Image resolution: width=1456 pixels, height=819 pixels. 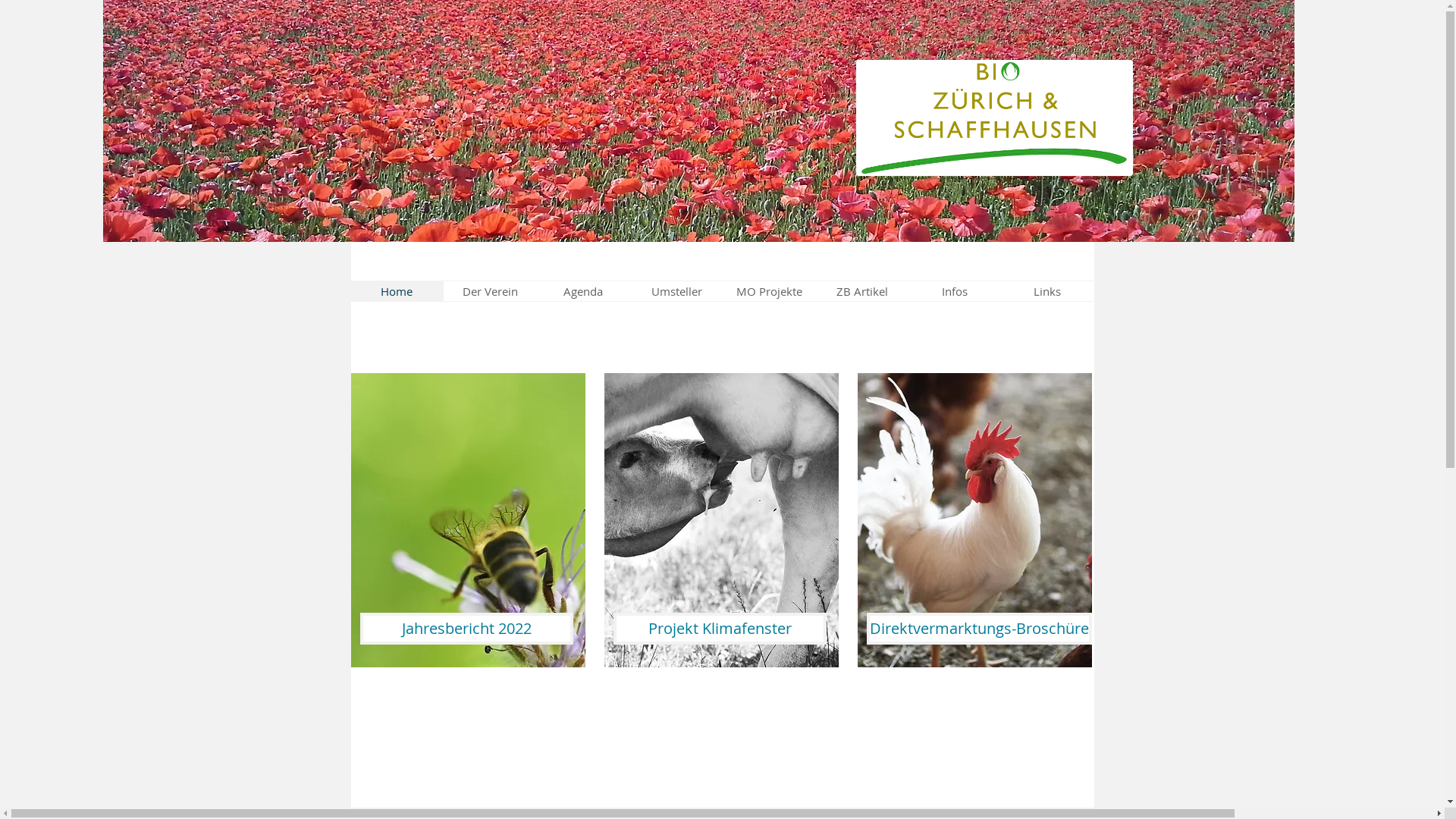 I want to click on 'Links', so click(x=1046, y=291).